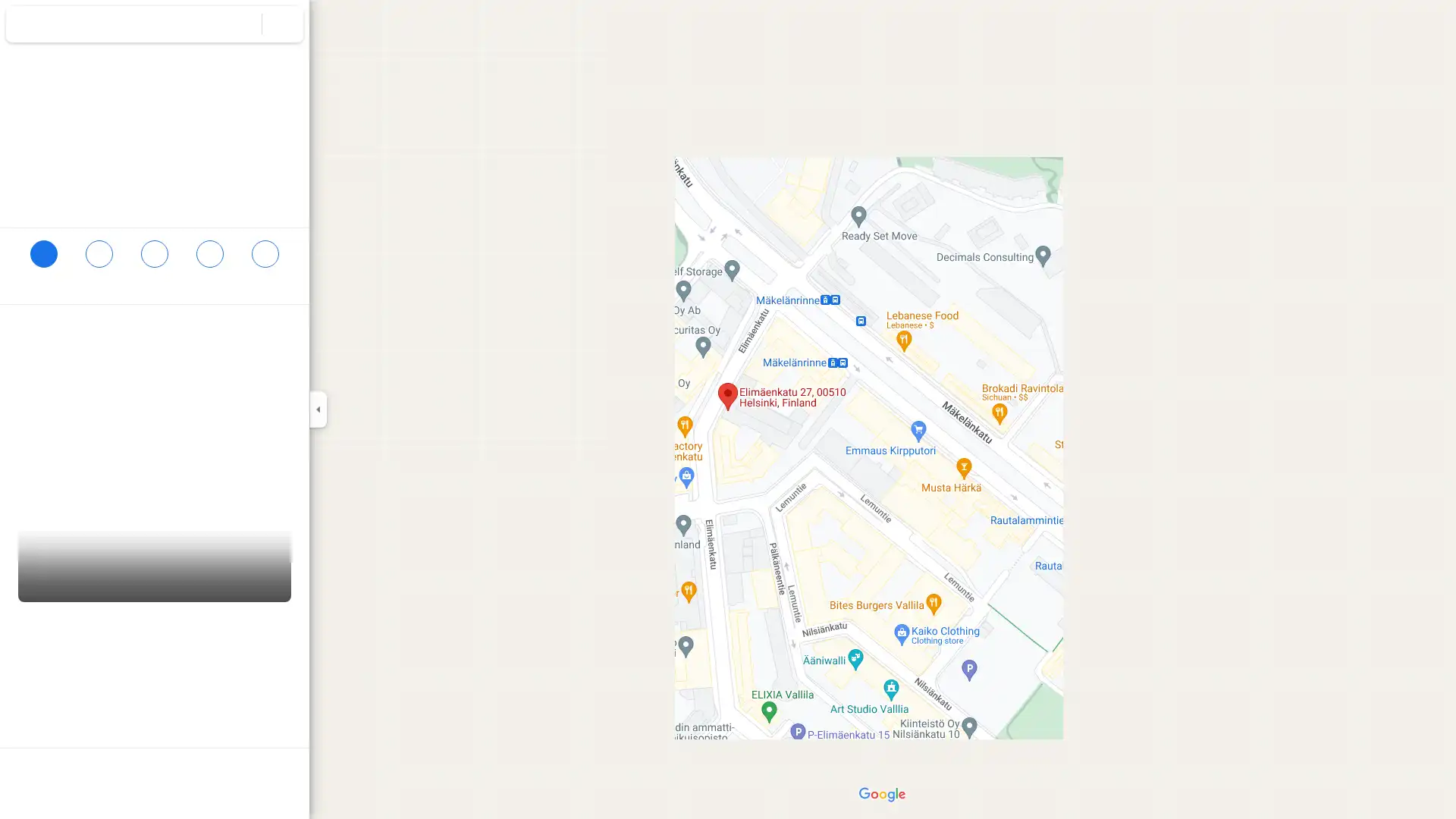  What do you see at coordinates (317, 409) in the screenshot?
I see `Collapse side panel` at bounding box center [317, 409].